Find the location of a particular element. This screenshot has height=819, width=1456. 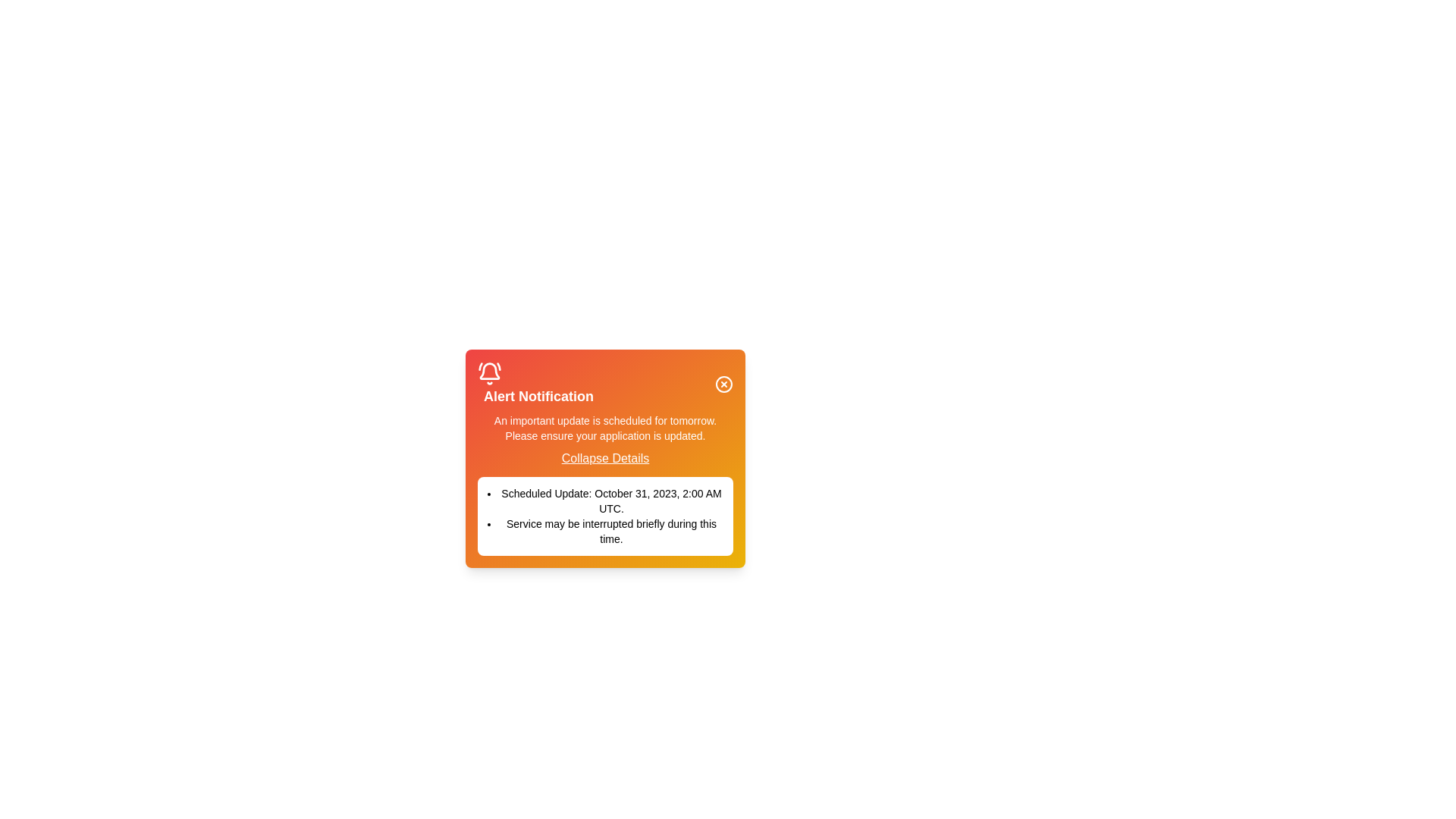

the list item Service may be interrupted briefly during this time. to inspect its details is located at coordinates (604, 531).